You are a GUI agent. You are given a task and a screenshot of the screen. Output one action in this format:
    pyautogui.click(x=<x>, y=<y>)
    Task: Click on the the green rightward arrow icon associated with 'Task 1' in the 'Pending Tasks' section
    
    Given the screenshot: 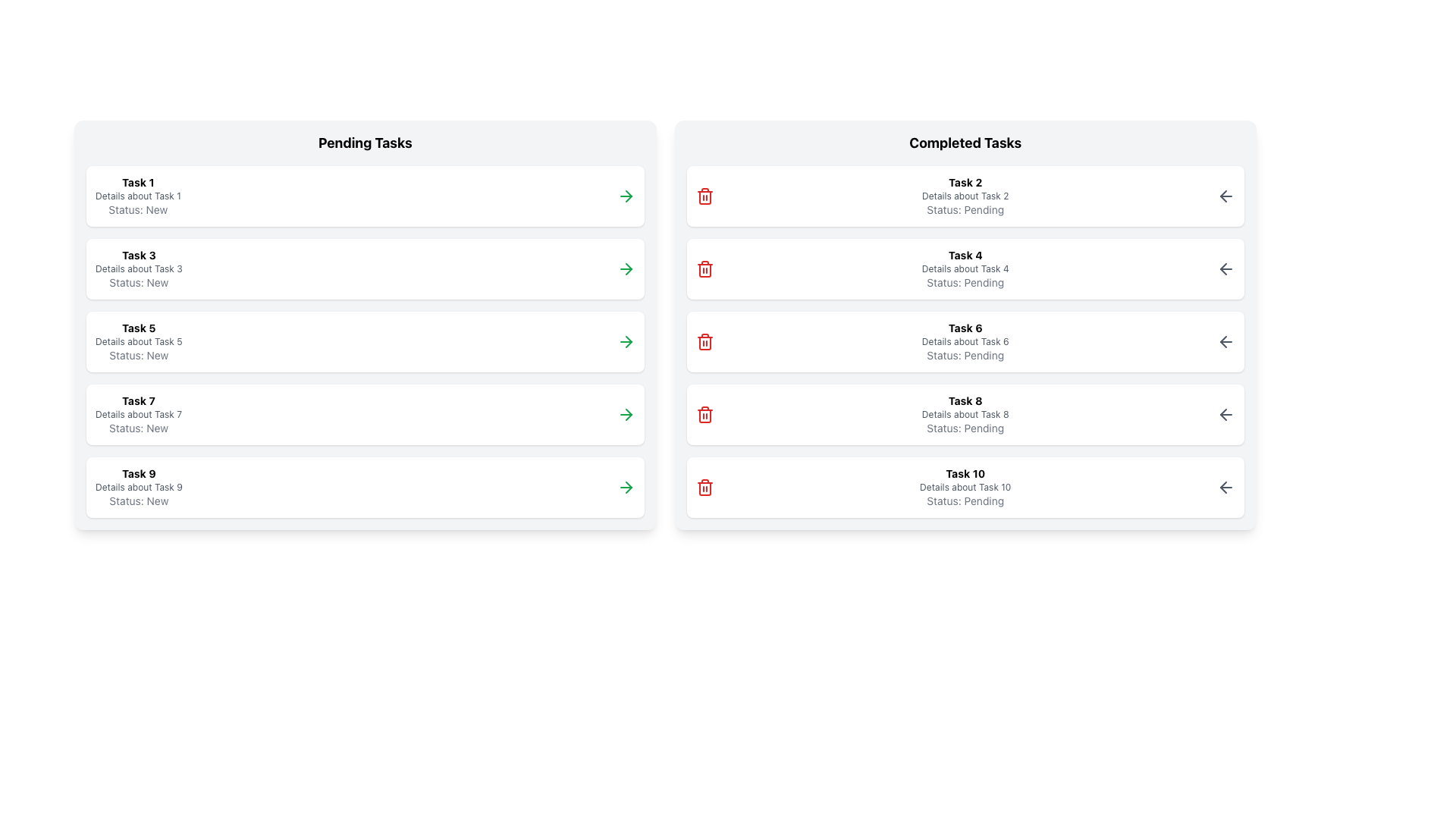 What is the action you would take?
    pyautogui.click(x=629, y=195)
    